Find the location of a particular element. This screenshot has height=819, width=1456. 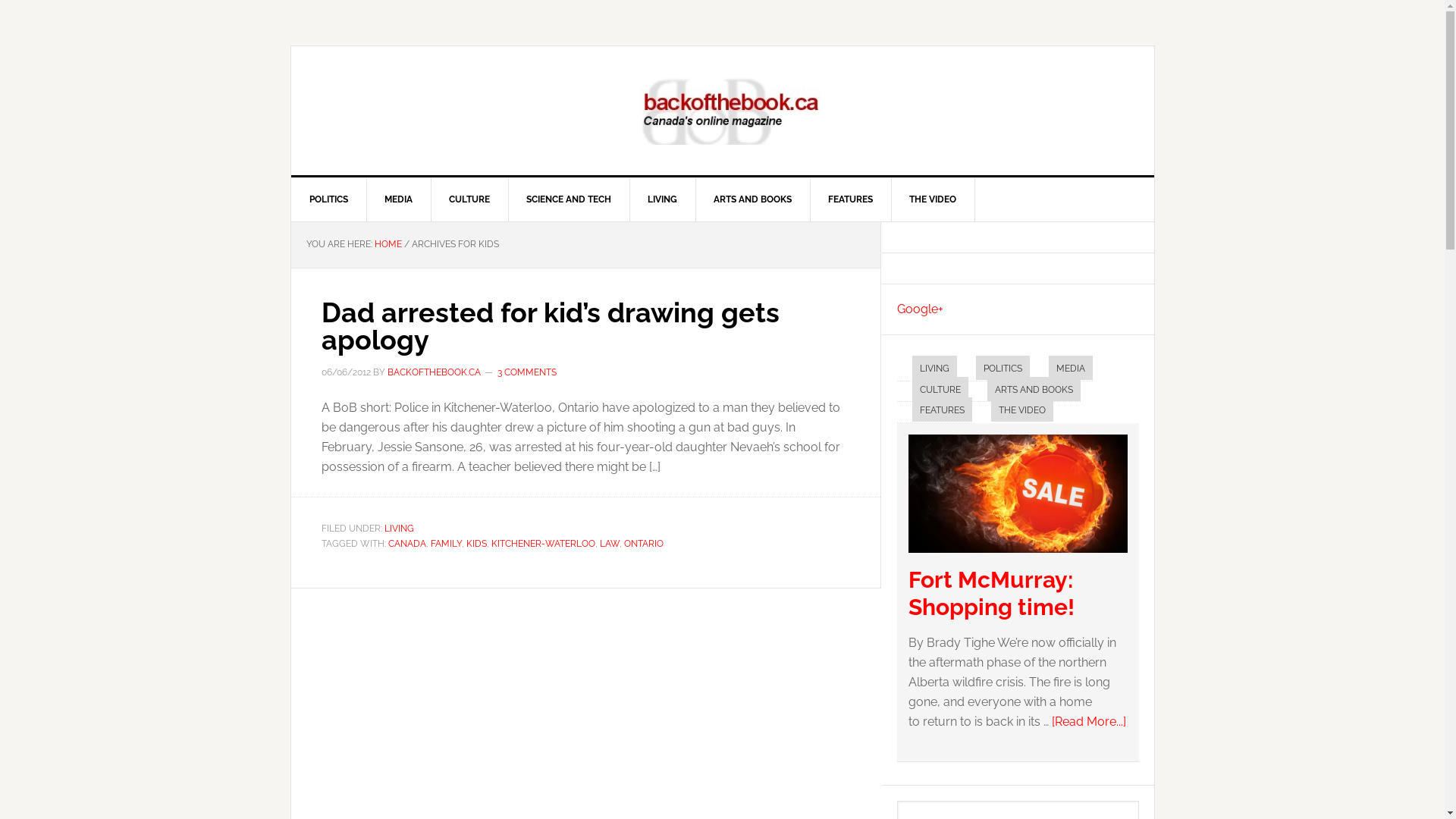

'FEATURES' is located at coordinates (851, 198).